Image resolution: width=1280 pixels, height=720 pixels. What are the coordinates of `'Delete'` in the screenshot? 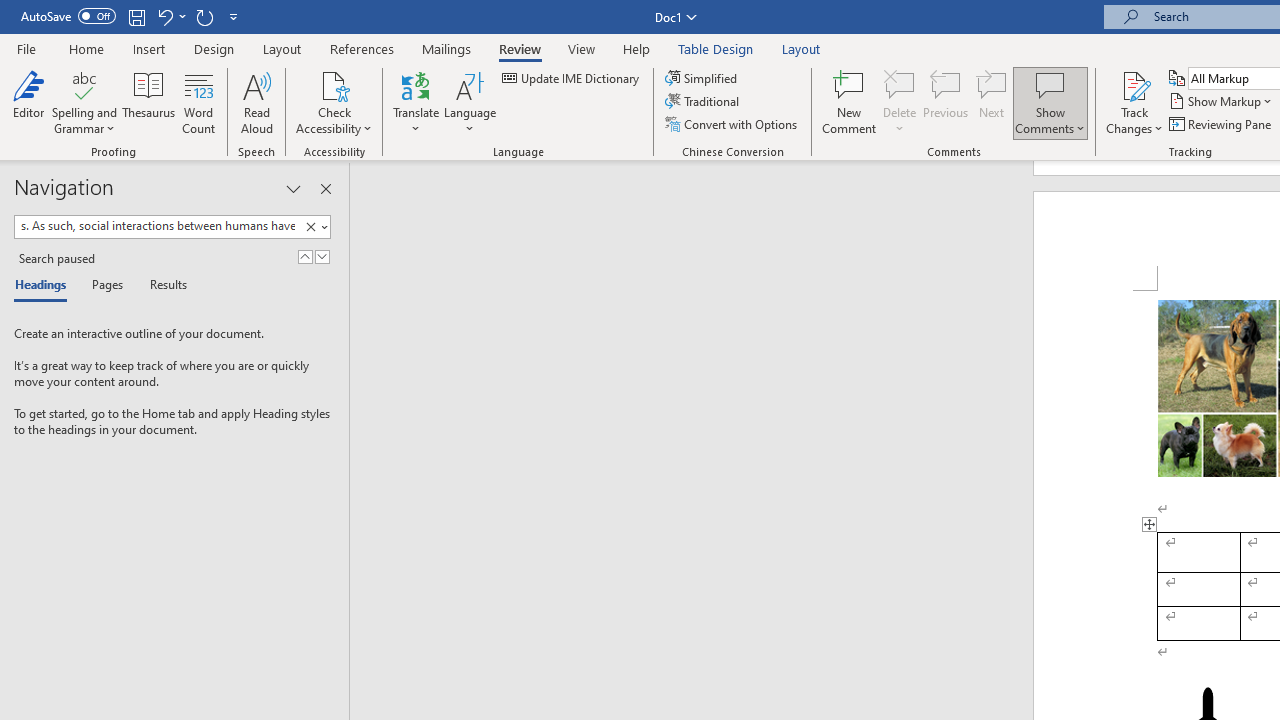 It's located at (899, 84).